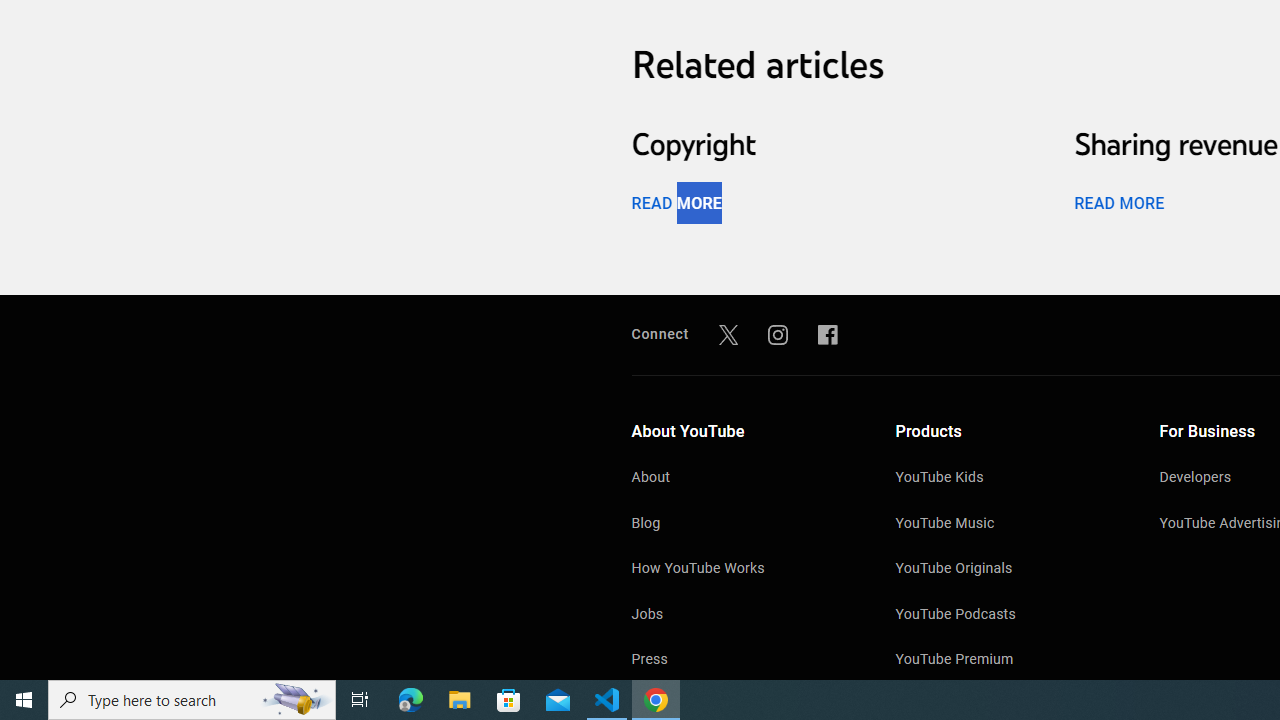  What do you see at coordinates (1007, 479) in the screenshot?
I see `'YouTube Kids'` at bounding box center [1007, 479].